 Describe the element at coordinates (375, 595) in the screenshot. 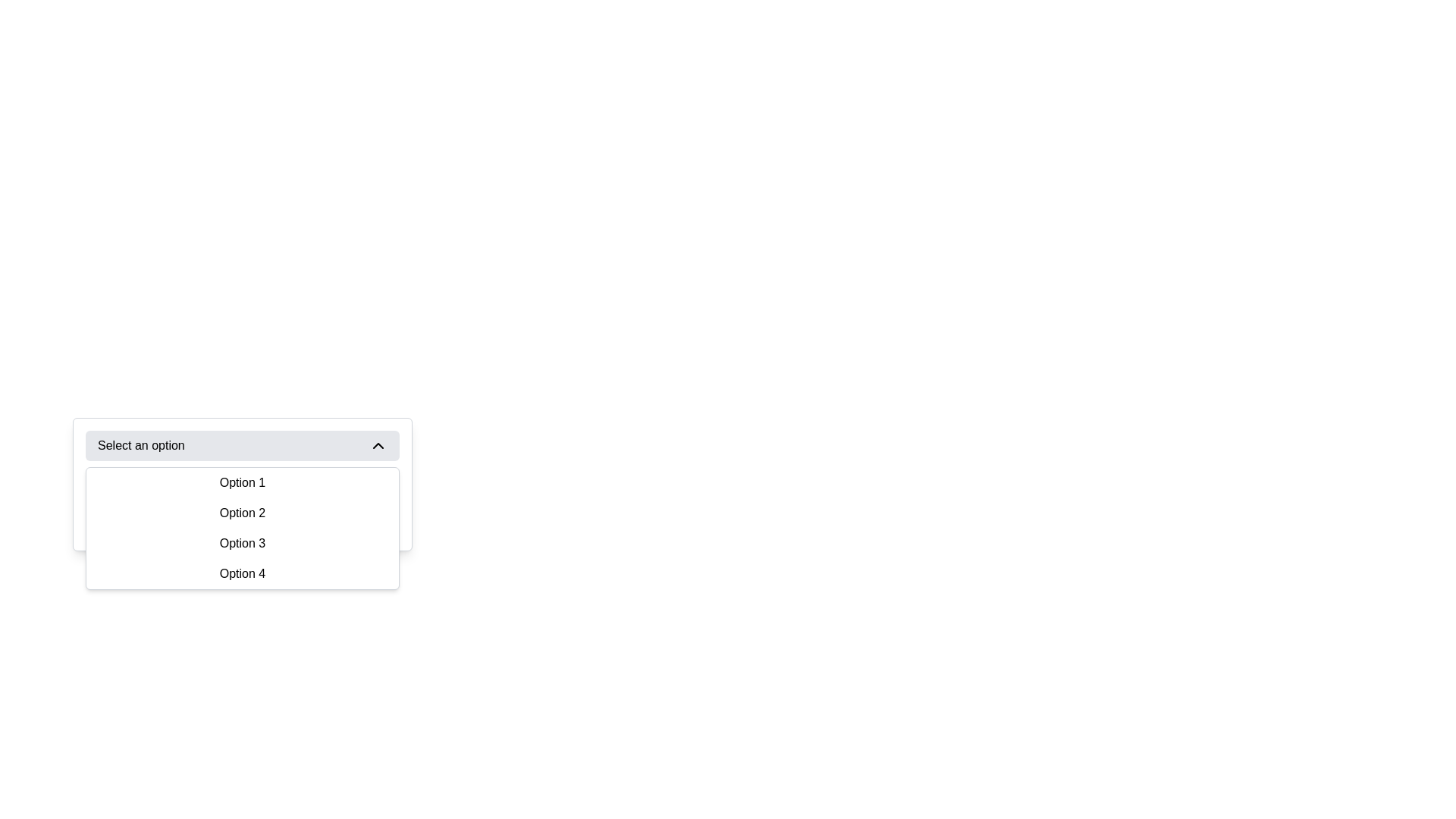

I see `an option from the dropdown menu in the modal by clicking on it` at that location.